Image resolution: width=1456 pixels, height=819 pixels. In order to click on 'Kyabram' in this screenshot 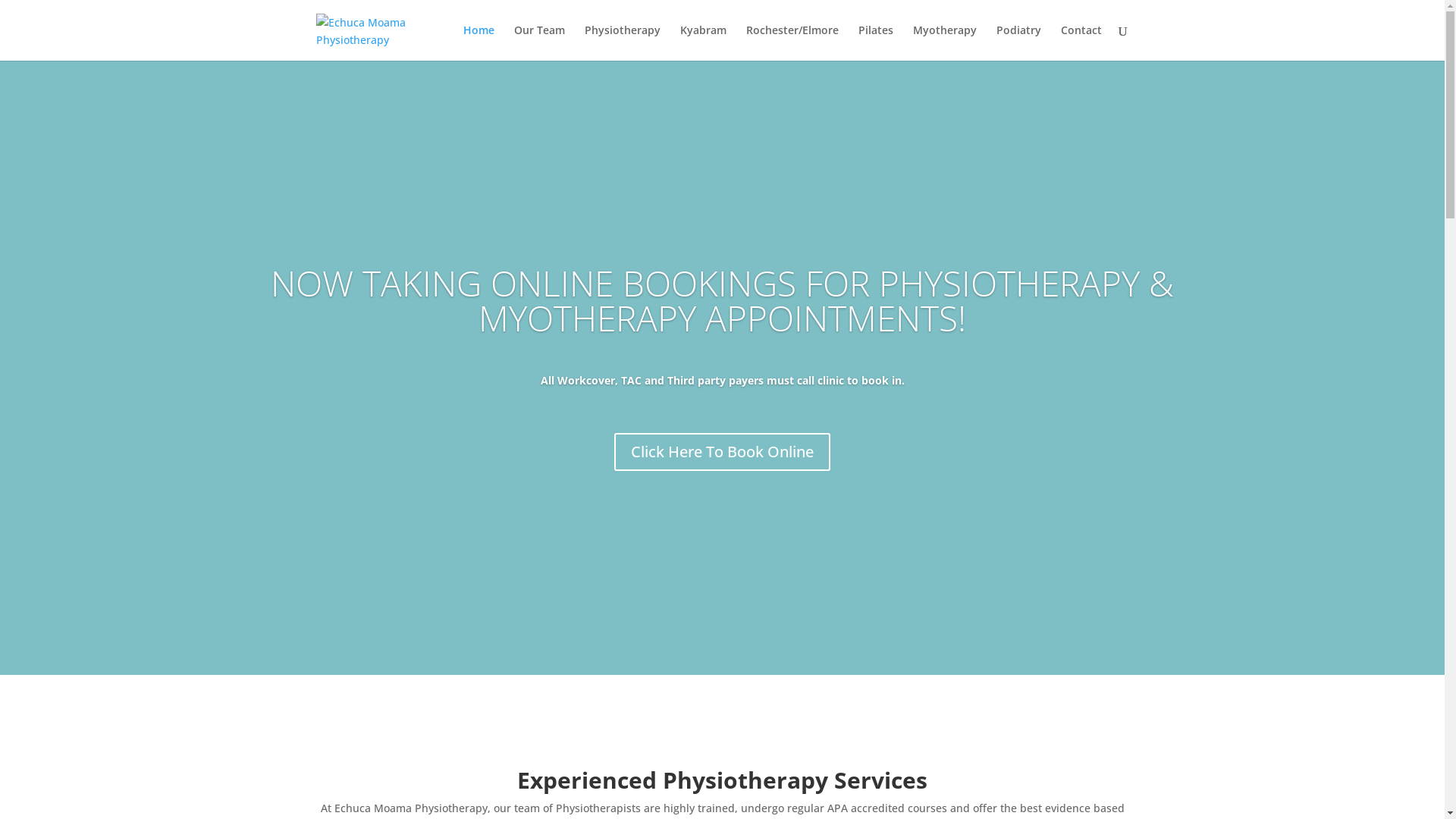, I will do `click(701, 42)`.